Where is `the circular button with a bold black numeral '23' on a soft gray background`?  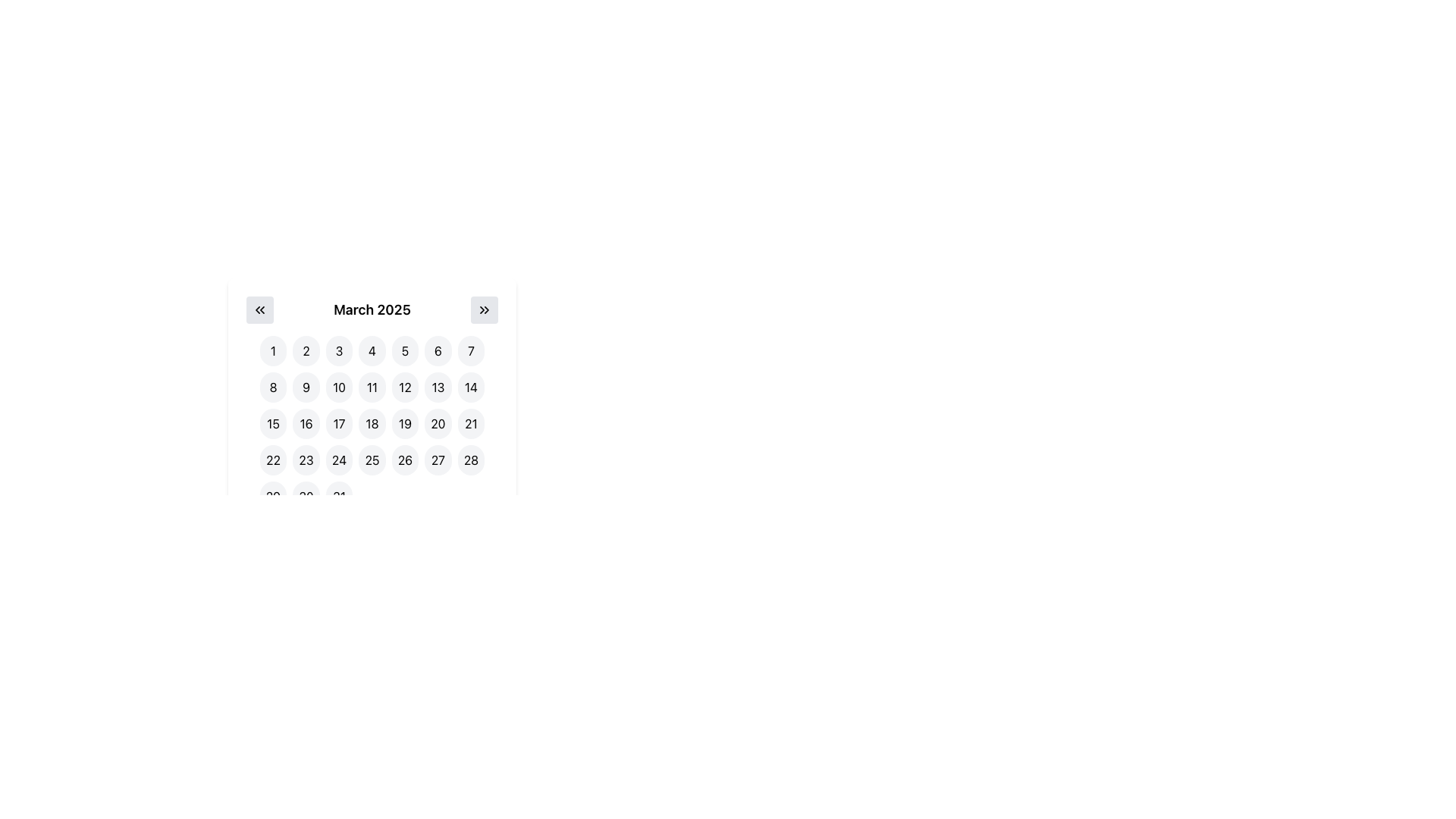 the circular button with a bold black numeral '23' on a soft gray background is located at coordinates (305, 459).